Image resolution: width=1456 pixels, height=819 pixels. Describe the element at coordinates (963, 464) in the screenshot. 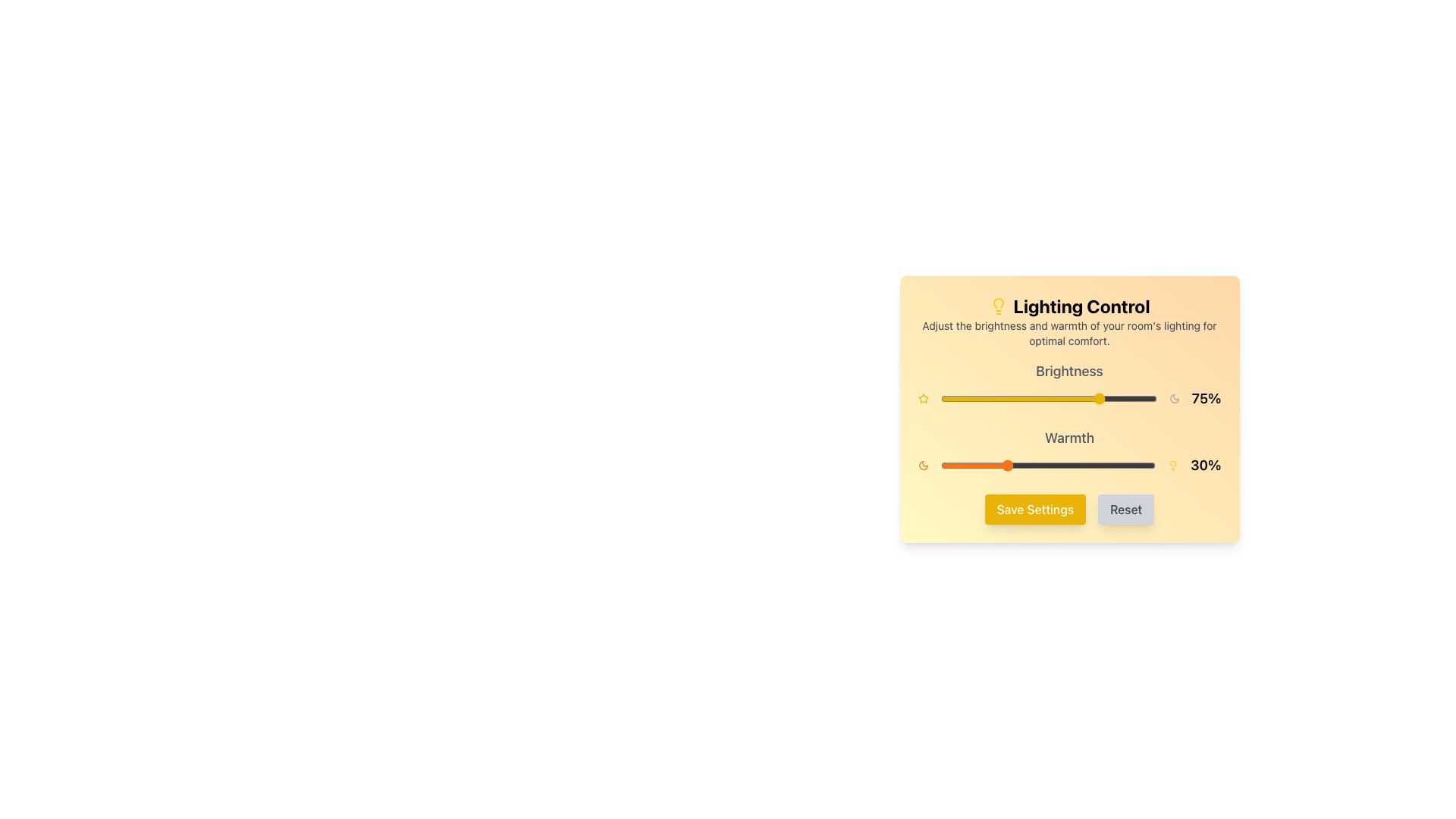

I see `warmth` at that location.